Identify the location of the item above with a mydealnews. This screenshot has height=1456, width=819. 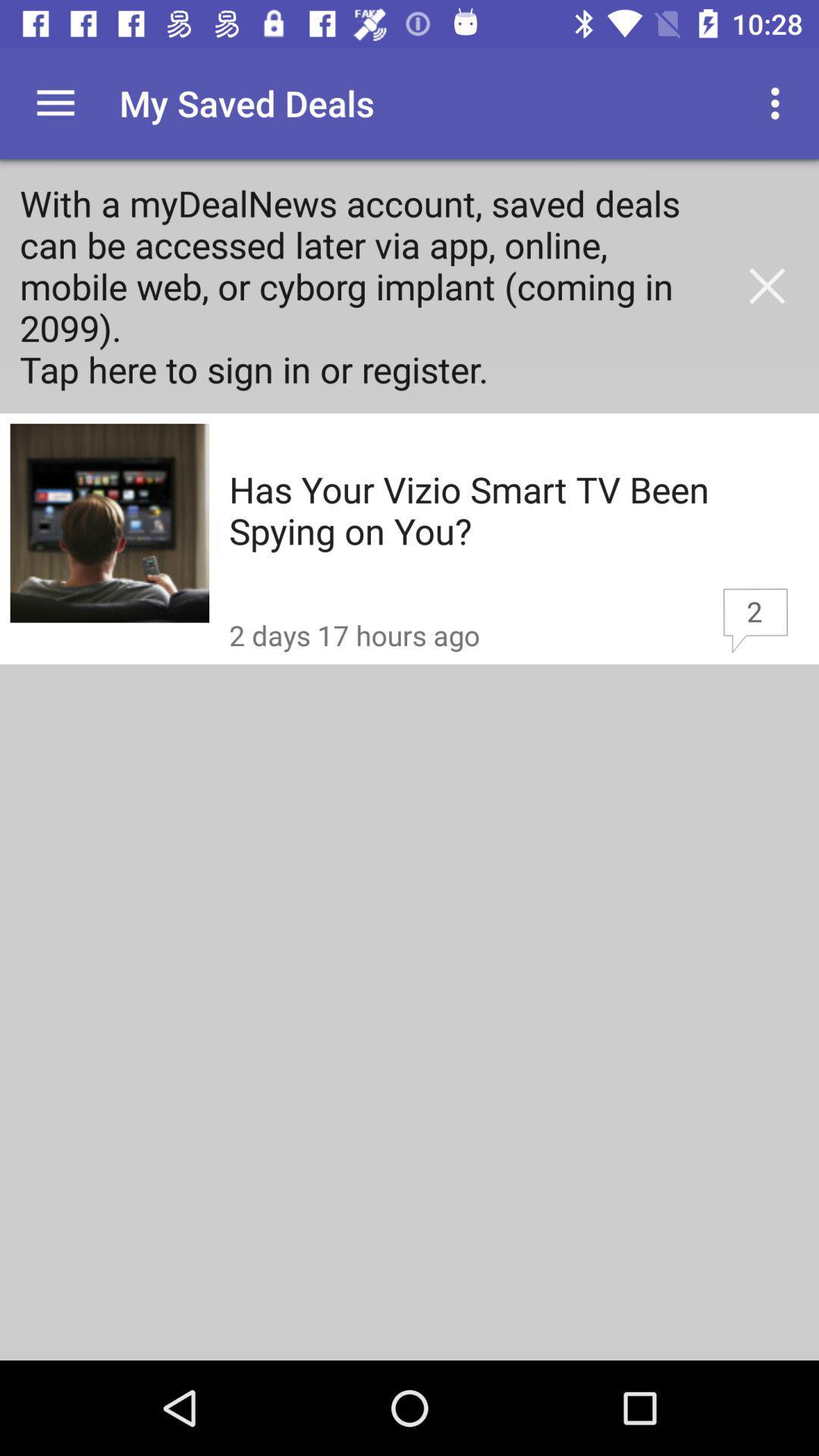
(55, 102).